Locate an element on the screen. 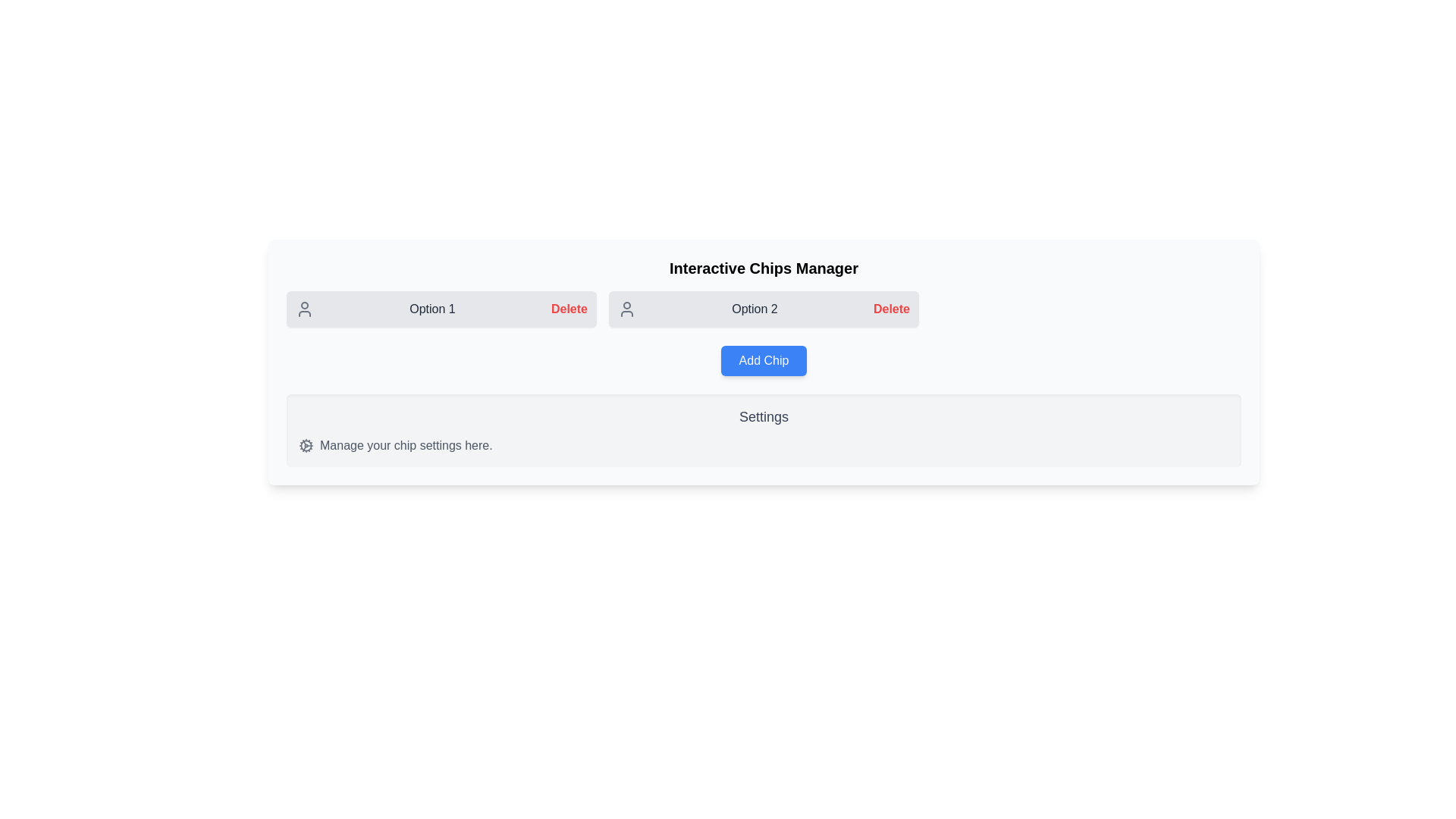 The image size is (1456, 819). the chip labeled Option 2 by clicking its 'Delete' button is located at coordinates (892, 309).